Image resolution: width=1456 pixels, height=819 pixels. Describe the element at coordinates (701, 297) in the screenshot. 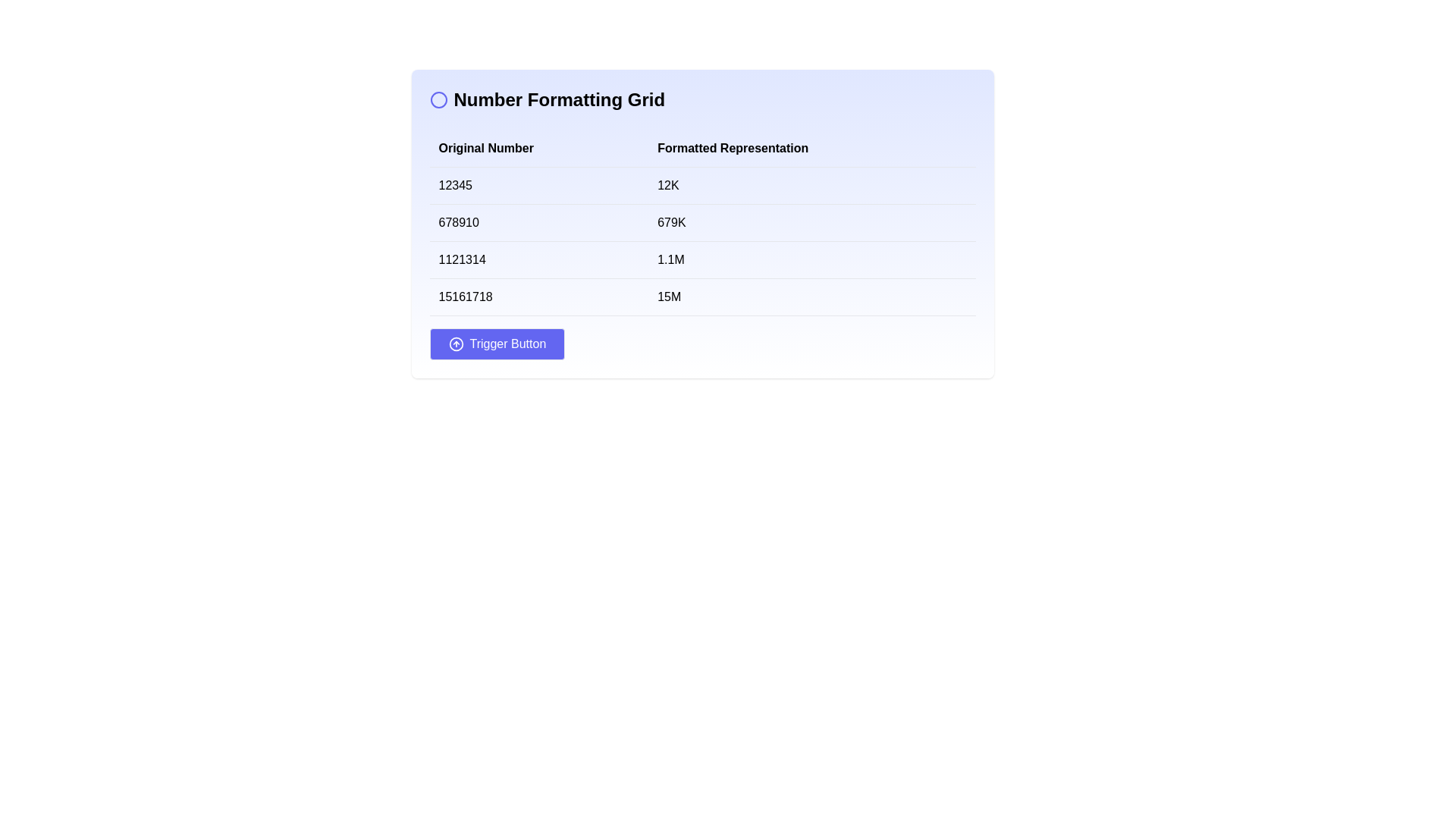

I see `the fourth row of the table displaying '15161718' and '15M' to interact with it` at that location.